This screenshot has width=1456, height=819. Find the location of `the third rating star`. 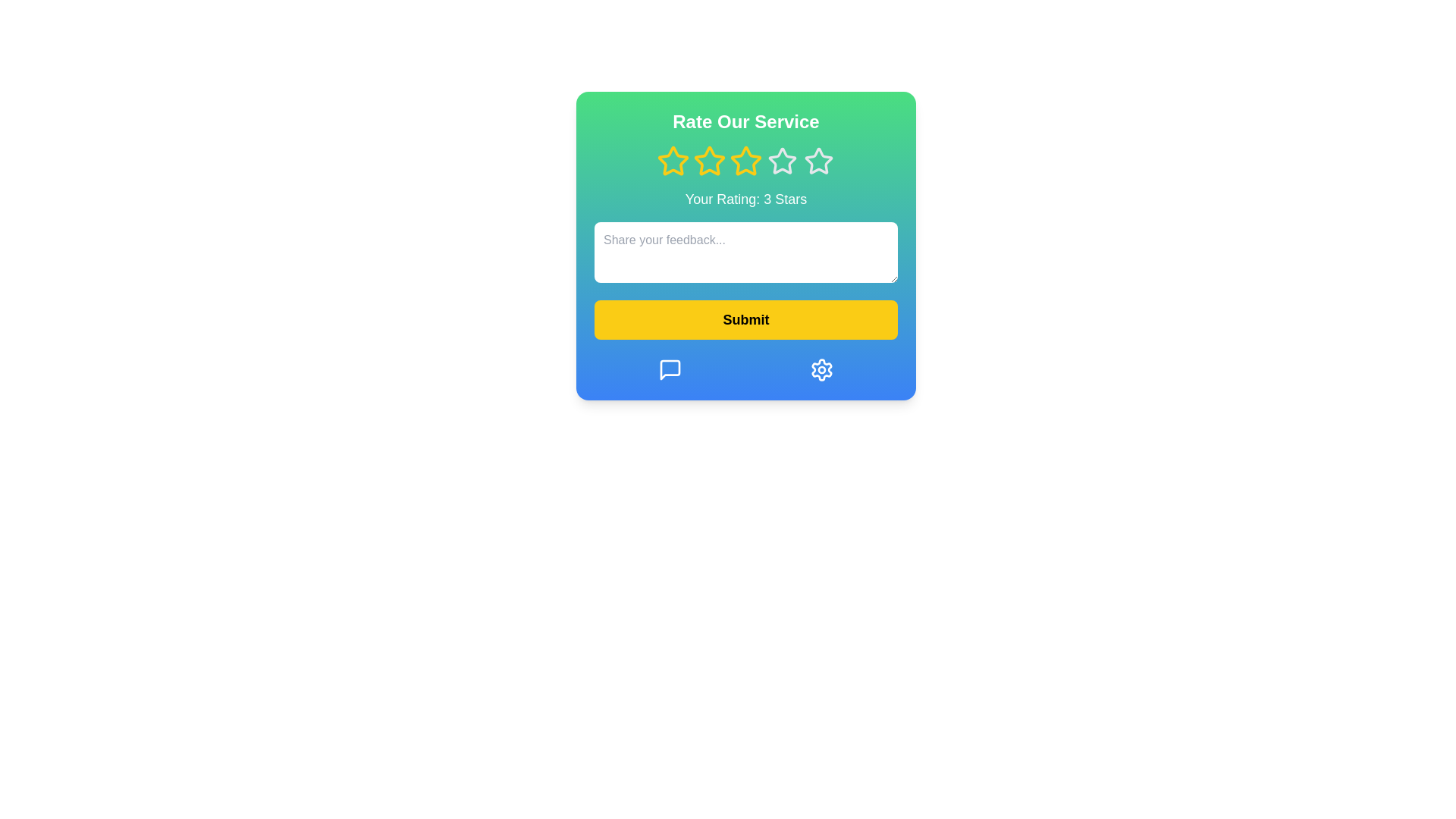

the third rating star is located at coordinates (709, 161).